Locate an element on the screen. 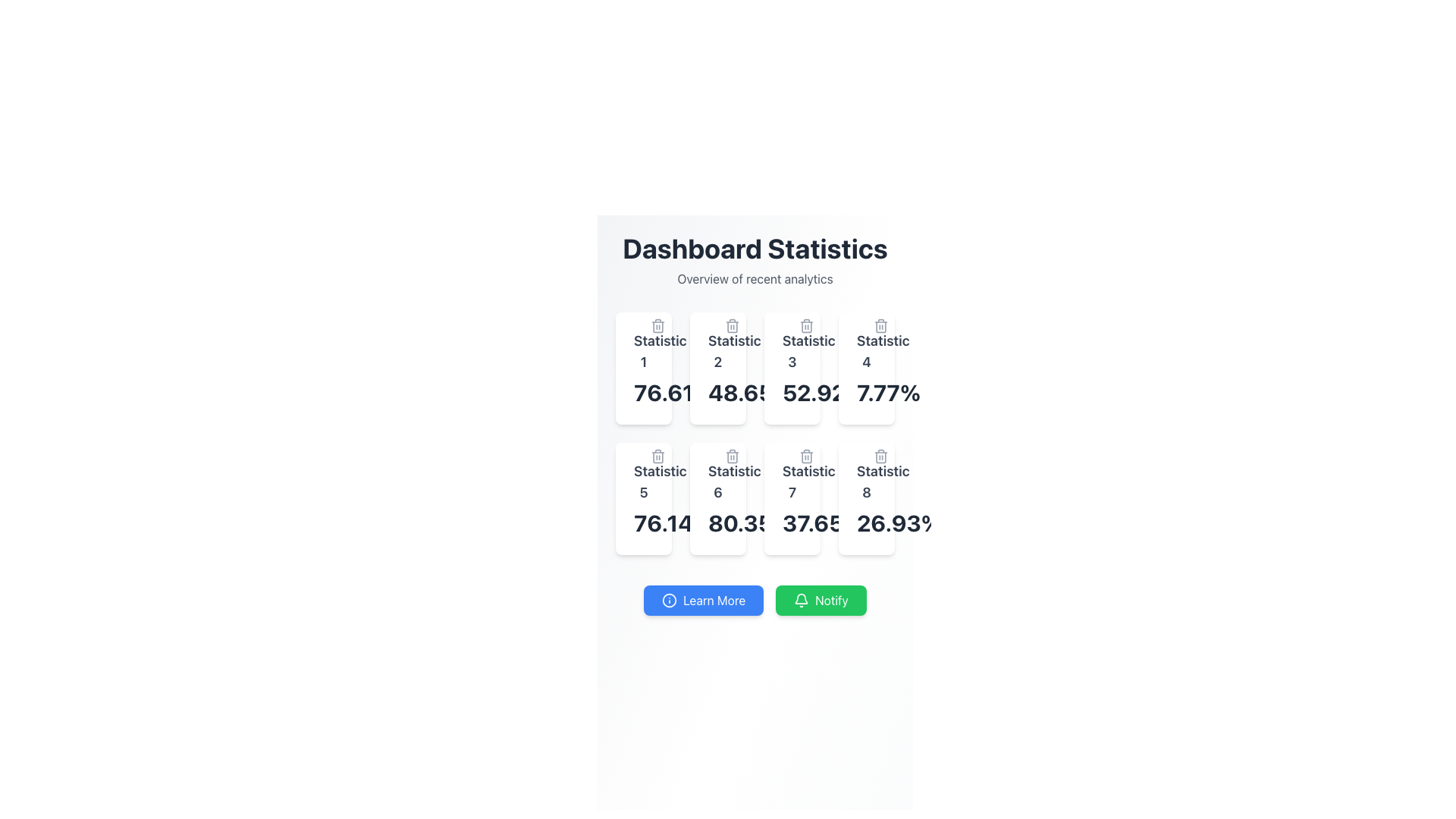  the 'Notify' button located at the bottom of the section, directly below the grid layout of statistics cards is located at coordinates (755, 599).